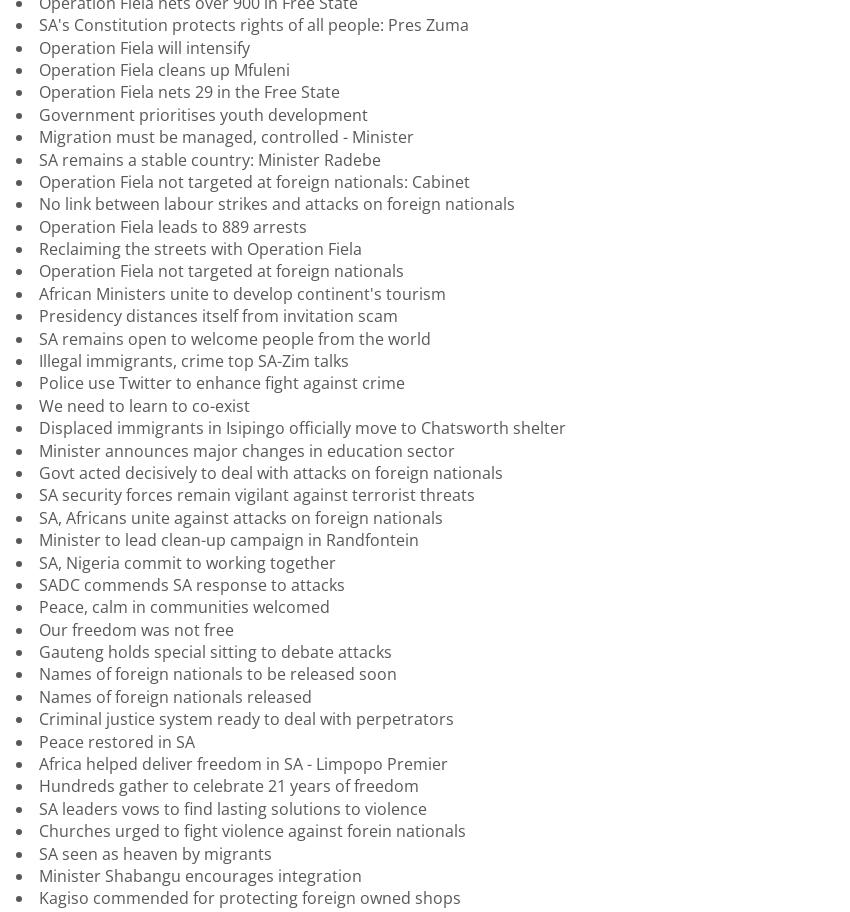 This screenshot has height=912, width=850. Describe the element at coordinates (243, 763) in the screenshot. I see `'Africa helped deliver freedom in SA - Limpopo Premier'` at that location.